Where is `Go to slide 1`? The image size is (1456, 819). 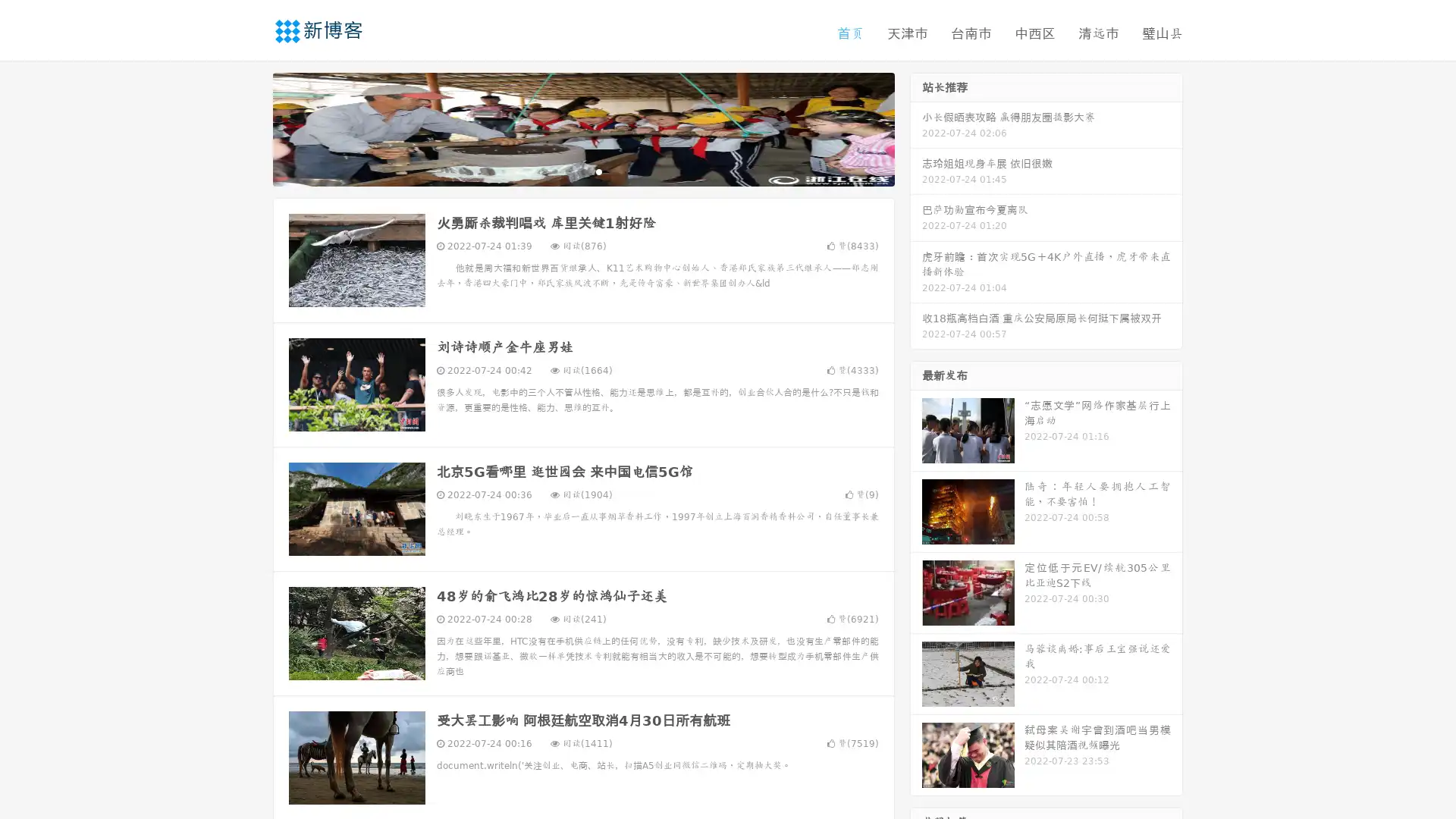 Go to slide 1 is located at coordinates (567, 171).